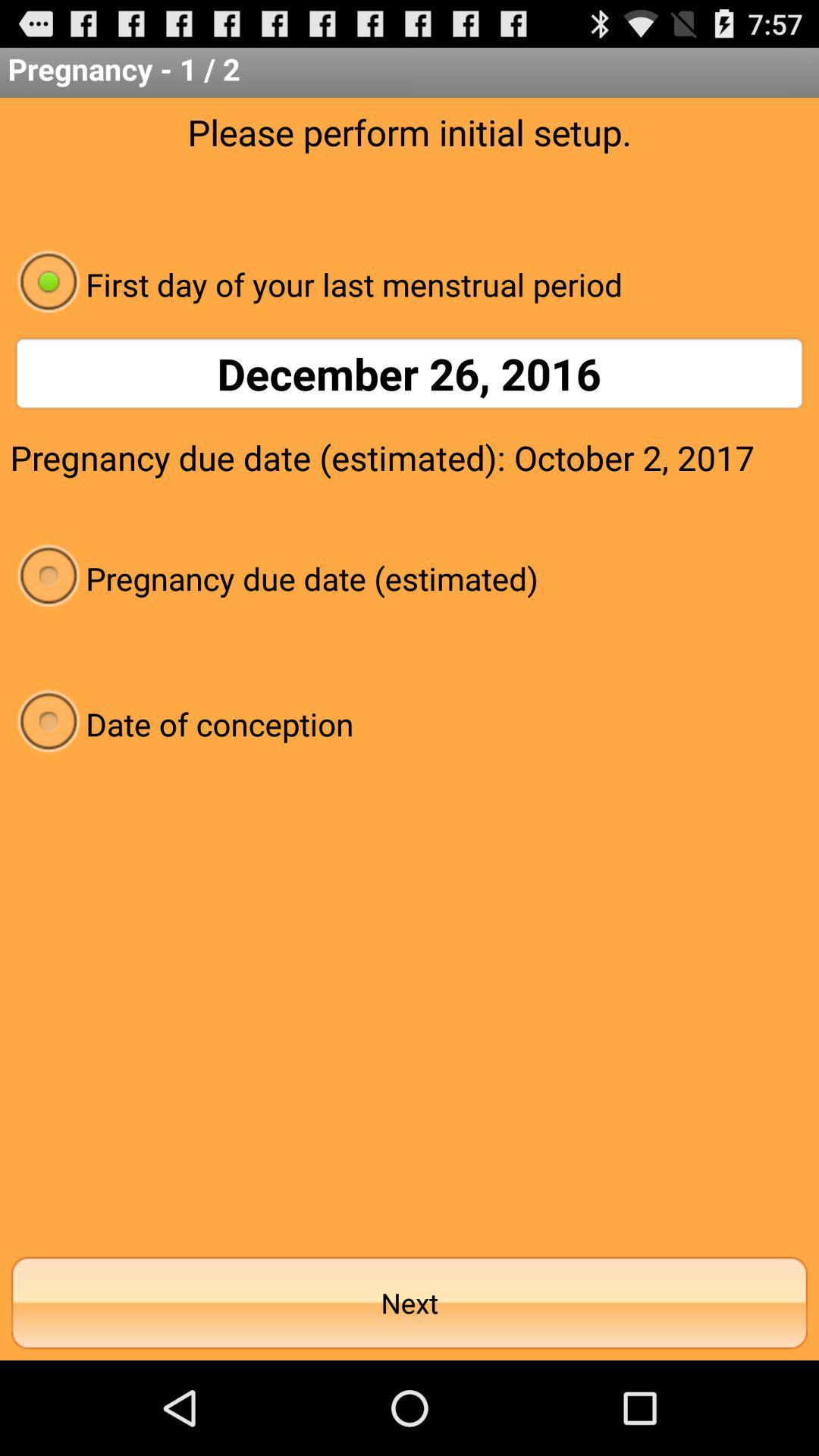 This screenshot has width=819, height=1456. Describe the element at coordinates (409, 1302) in the screenshot. I see `next item` at that location.